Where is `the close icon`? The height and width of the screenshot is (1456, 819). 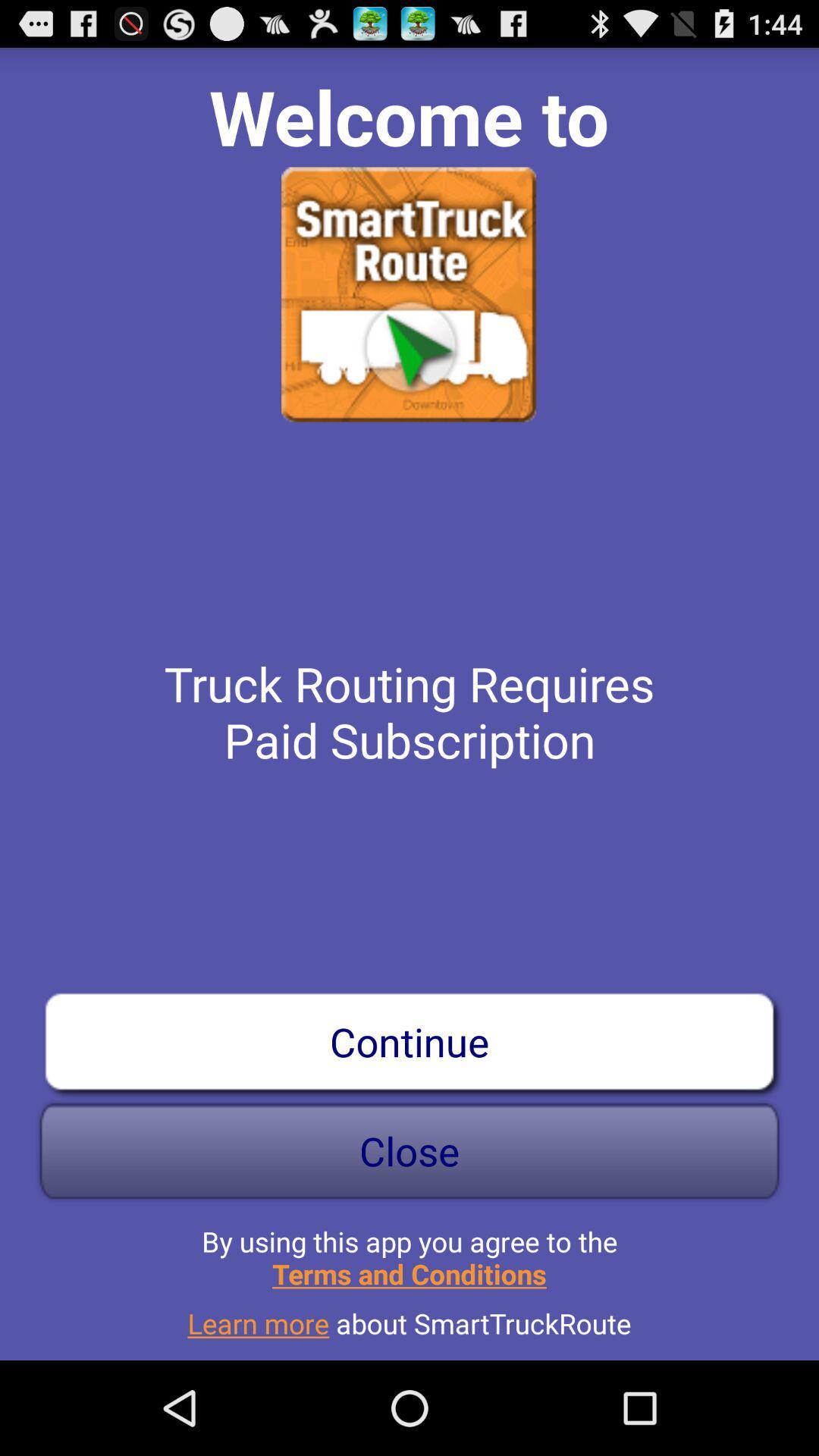
the close icon is located at coordinates (409, 1150).